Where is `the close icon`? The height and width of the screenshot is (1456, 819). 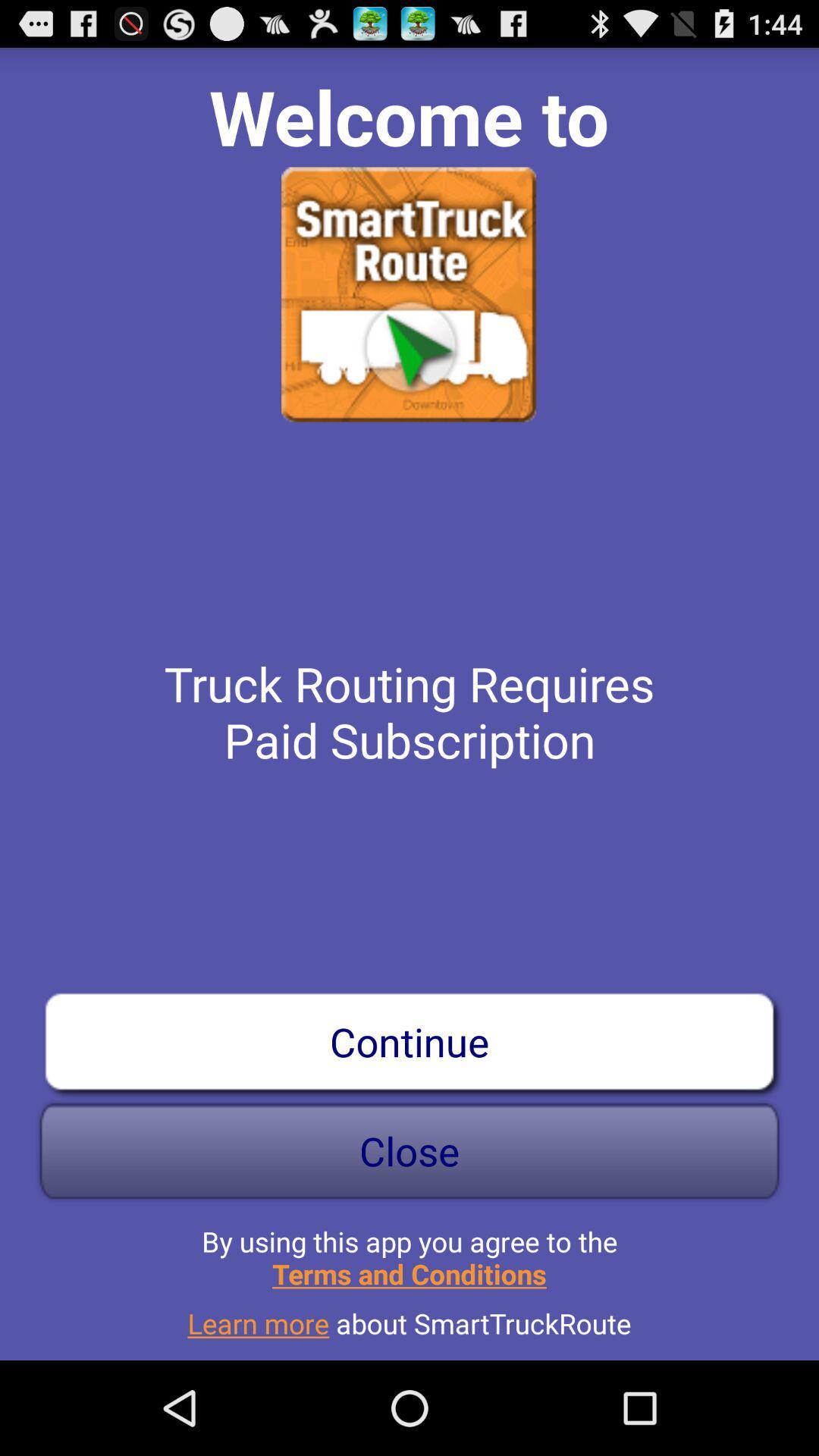
the close icon is located at coordinates (409, 1150).